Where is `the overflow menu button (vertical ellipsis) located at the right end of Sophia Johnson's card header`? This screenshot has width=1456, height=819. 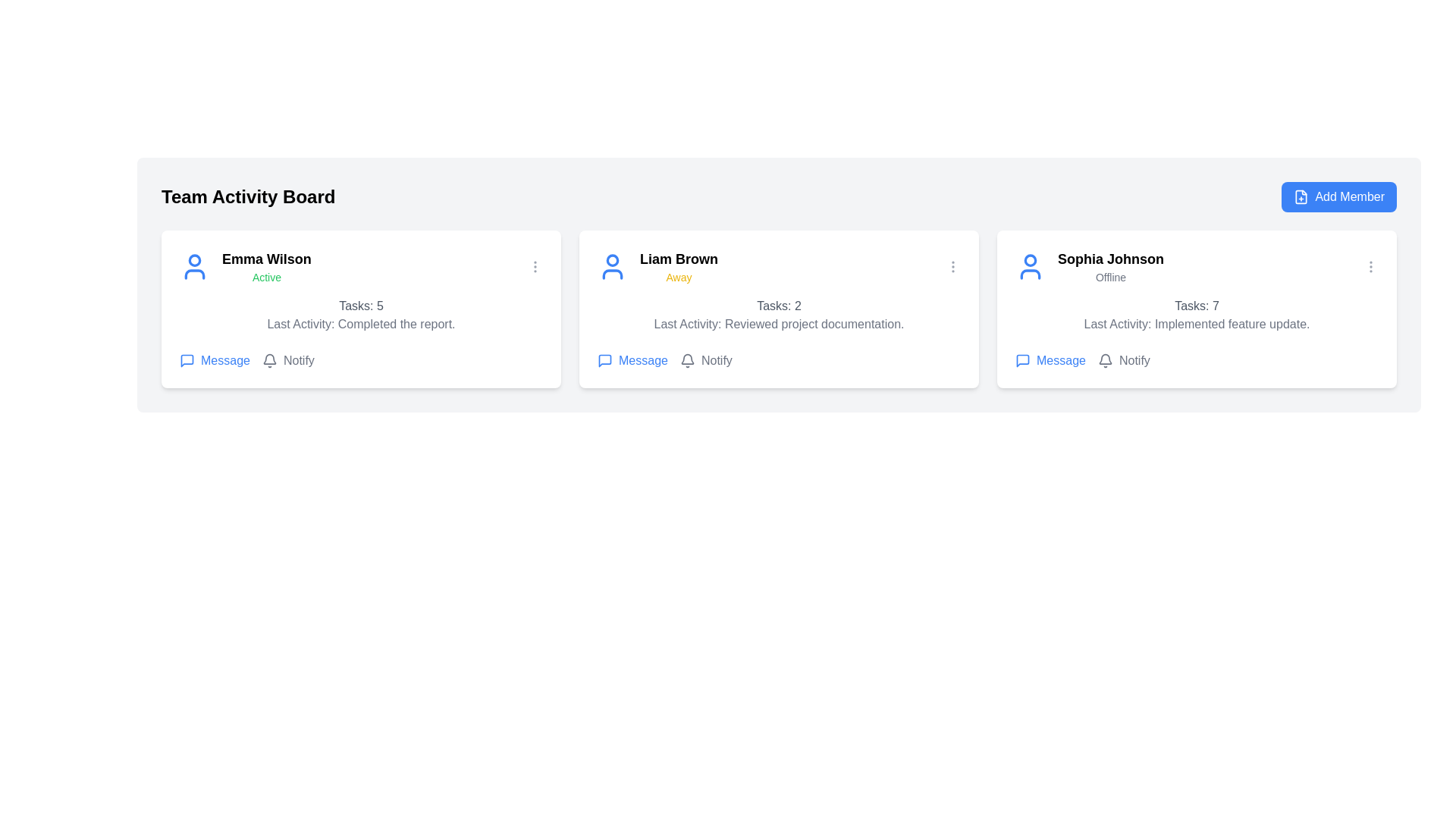 the overflow menu button (vertical ellipsis) located at the right end of Sophia Johnson's card header is located at coordinates (1371, 265).